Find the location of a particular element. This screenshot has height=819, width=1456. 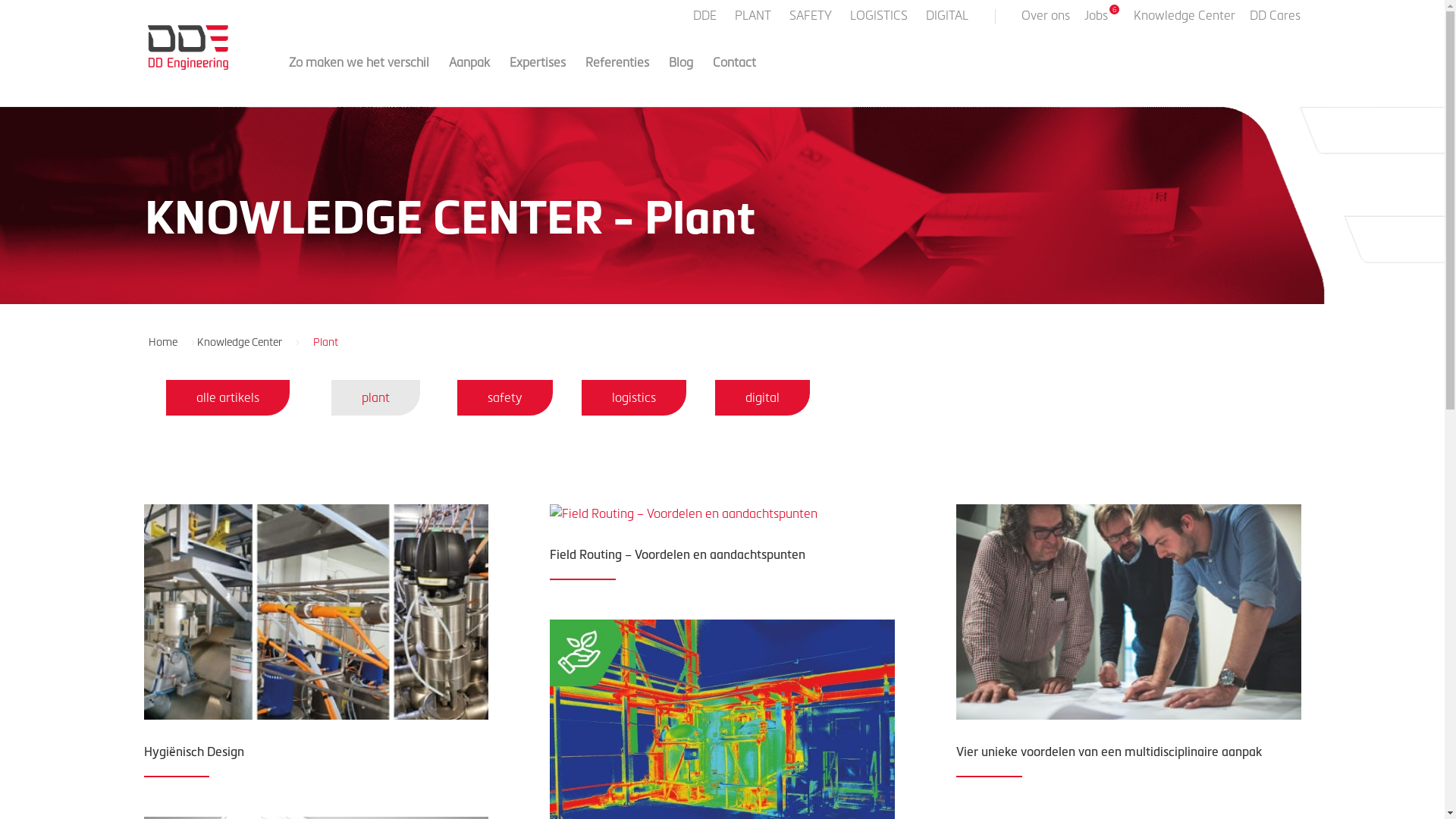

'logistics' is located at coordinates (633, 397).